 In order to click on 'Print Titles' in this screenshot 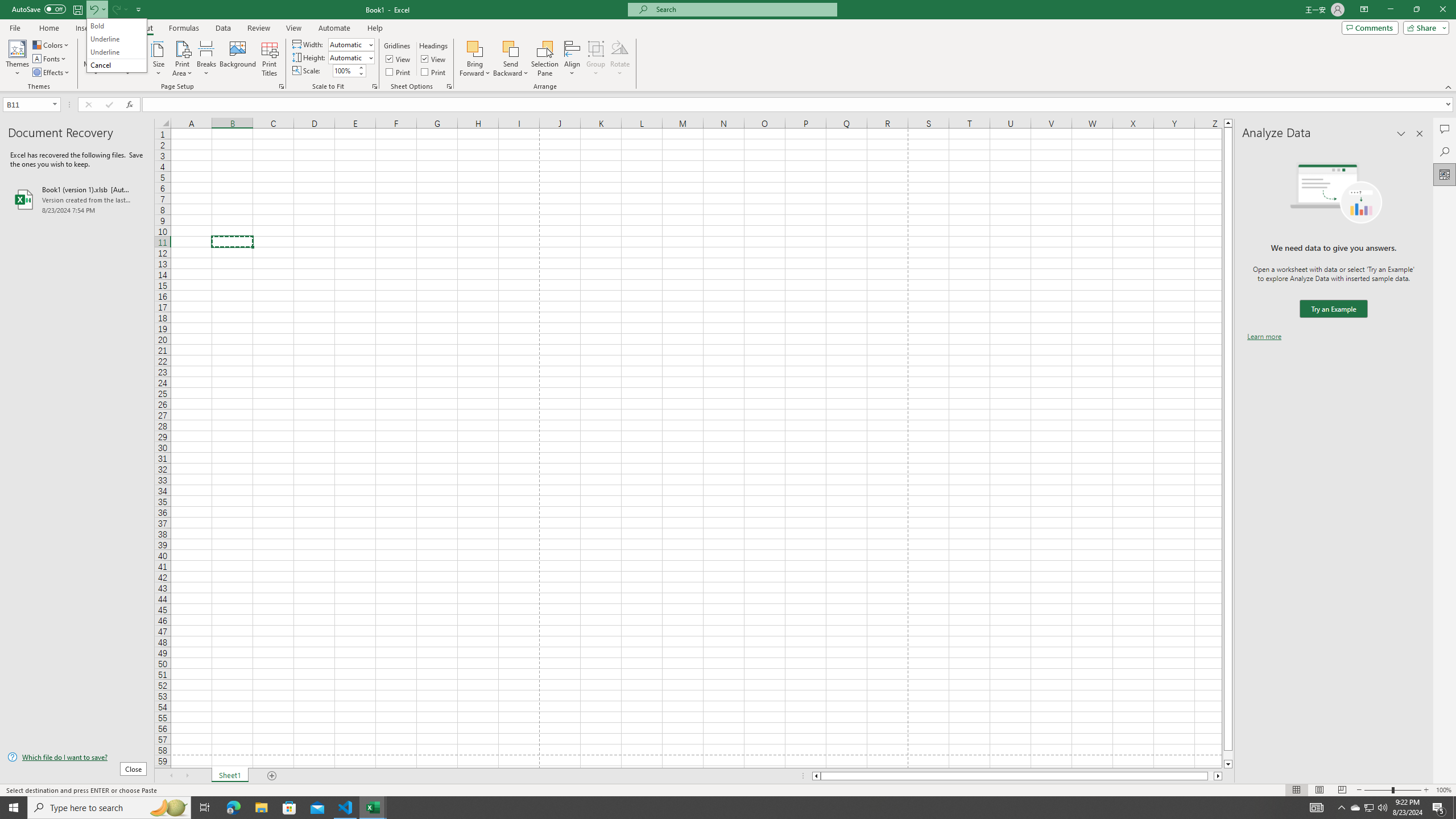, I will do `click(268, 59)`.